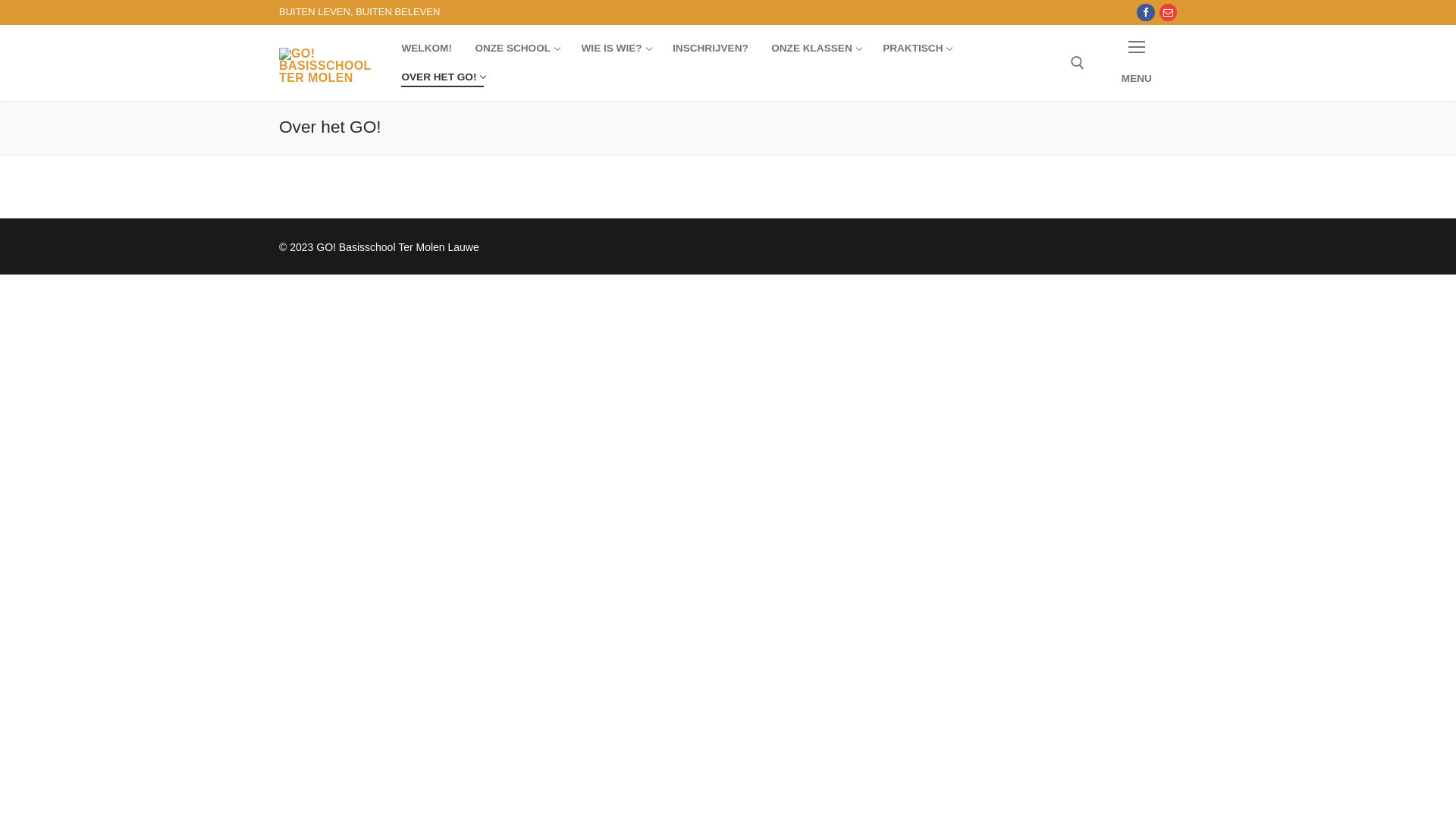 The image size is (1456, 819). Describe the element at coordinates (915, 48) in the screenshot. I see `'PRAKTISCH` at that location.